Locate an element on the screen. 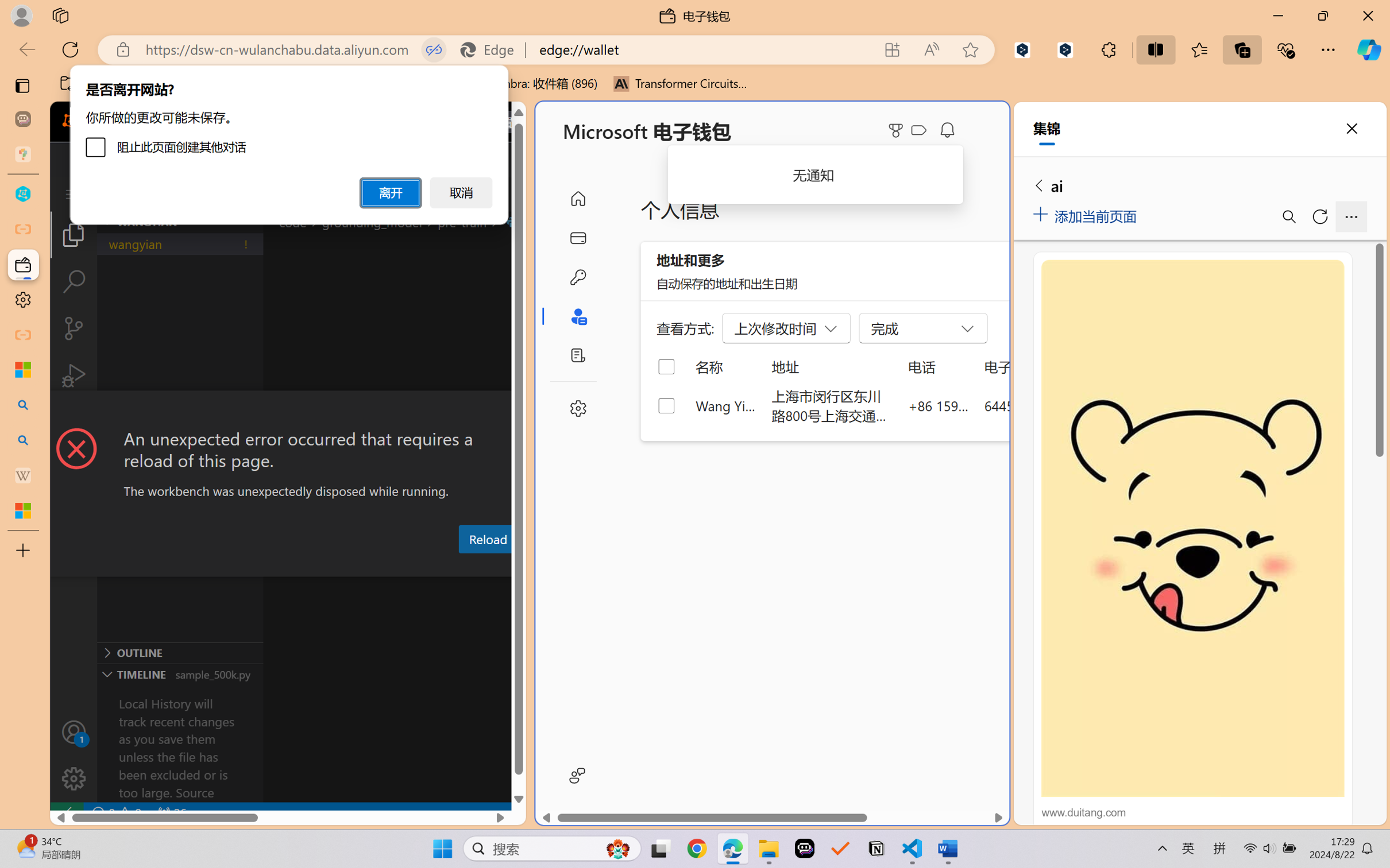 The width and height of the screenshot is (1390, 868). 'Run and Debug (Ctrl+Shift+D)' is located at coordinates (73, 375).